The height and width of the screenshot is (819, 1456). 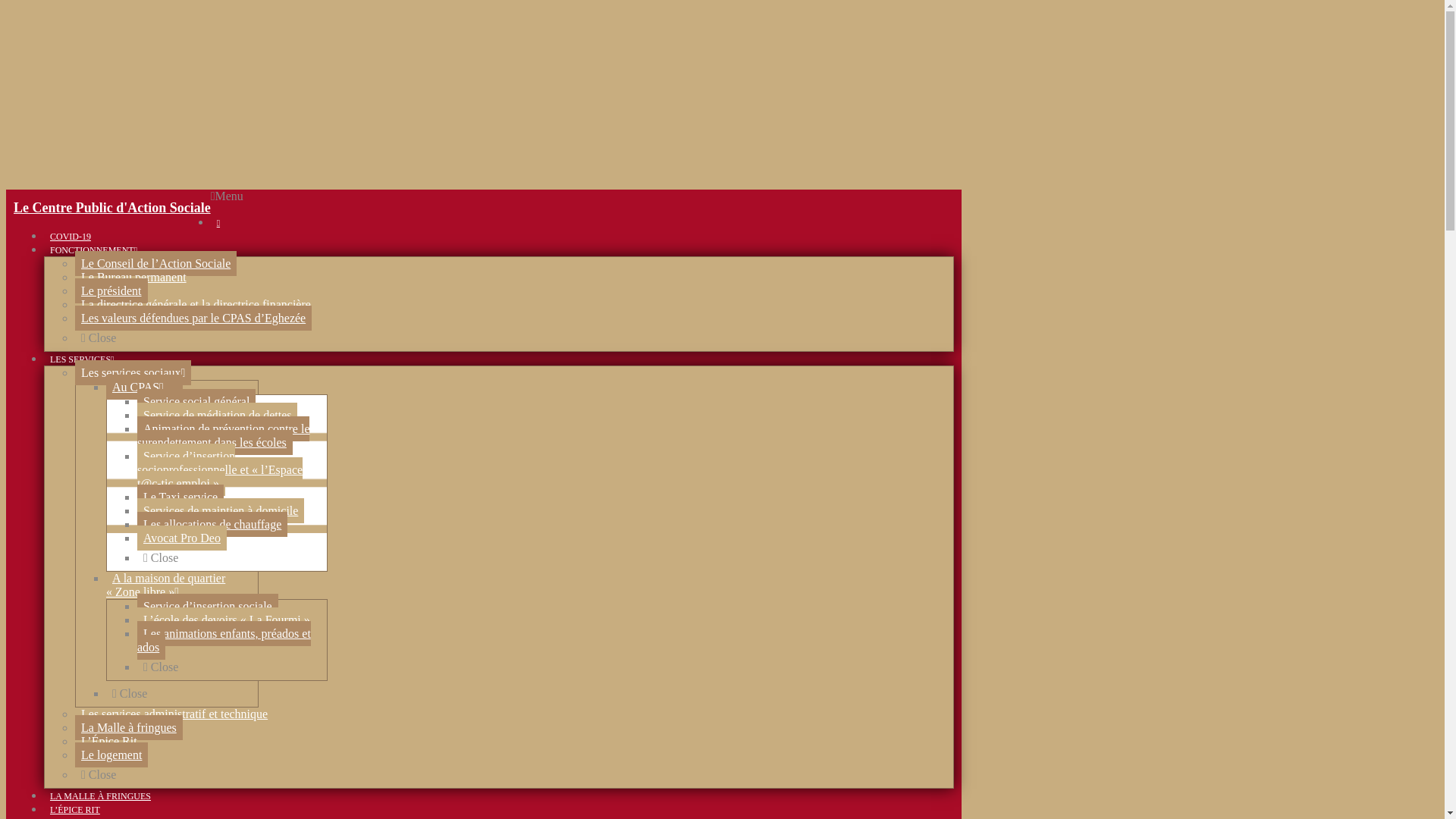 I want to click on 'Au CPAS', so click(x=144, y=386).